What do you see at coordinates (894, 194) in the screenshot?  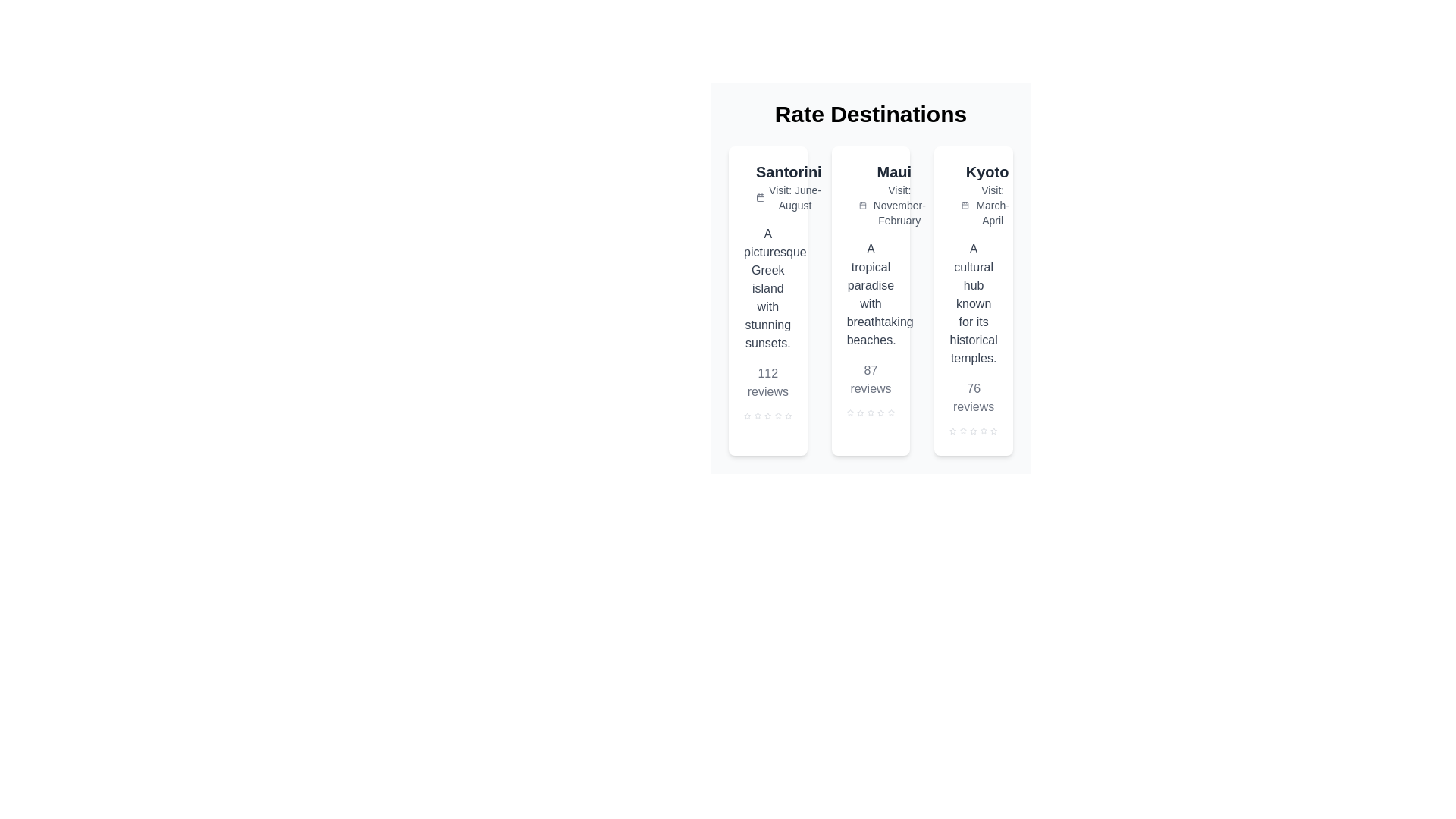 I see `the label displaying the destination title 'Maui' with the subtitle 'Visit: November-February', positioned between 'Santorini' and 'Kyoto'` at bounding box center [894, 194].